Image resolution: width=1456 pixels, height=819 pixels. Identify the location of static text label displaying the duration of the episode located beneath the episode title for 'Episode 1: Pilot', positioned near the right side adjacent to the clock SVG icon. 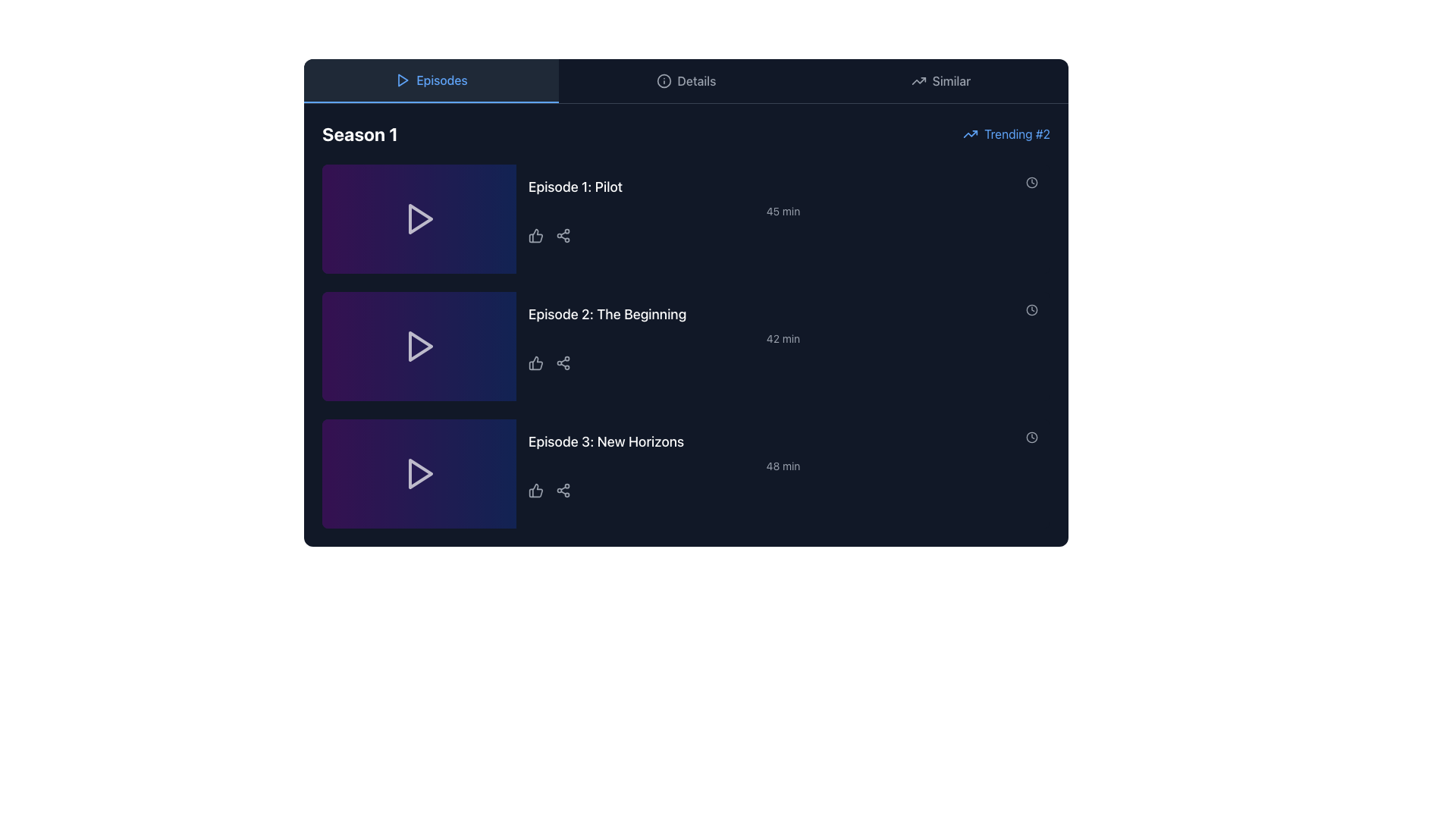
(783, 211).